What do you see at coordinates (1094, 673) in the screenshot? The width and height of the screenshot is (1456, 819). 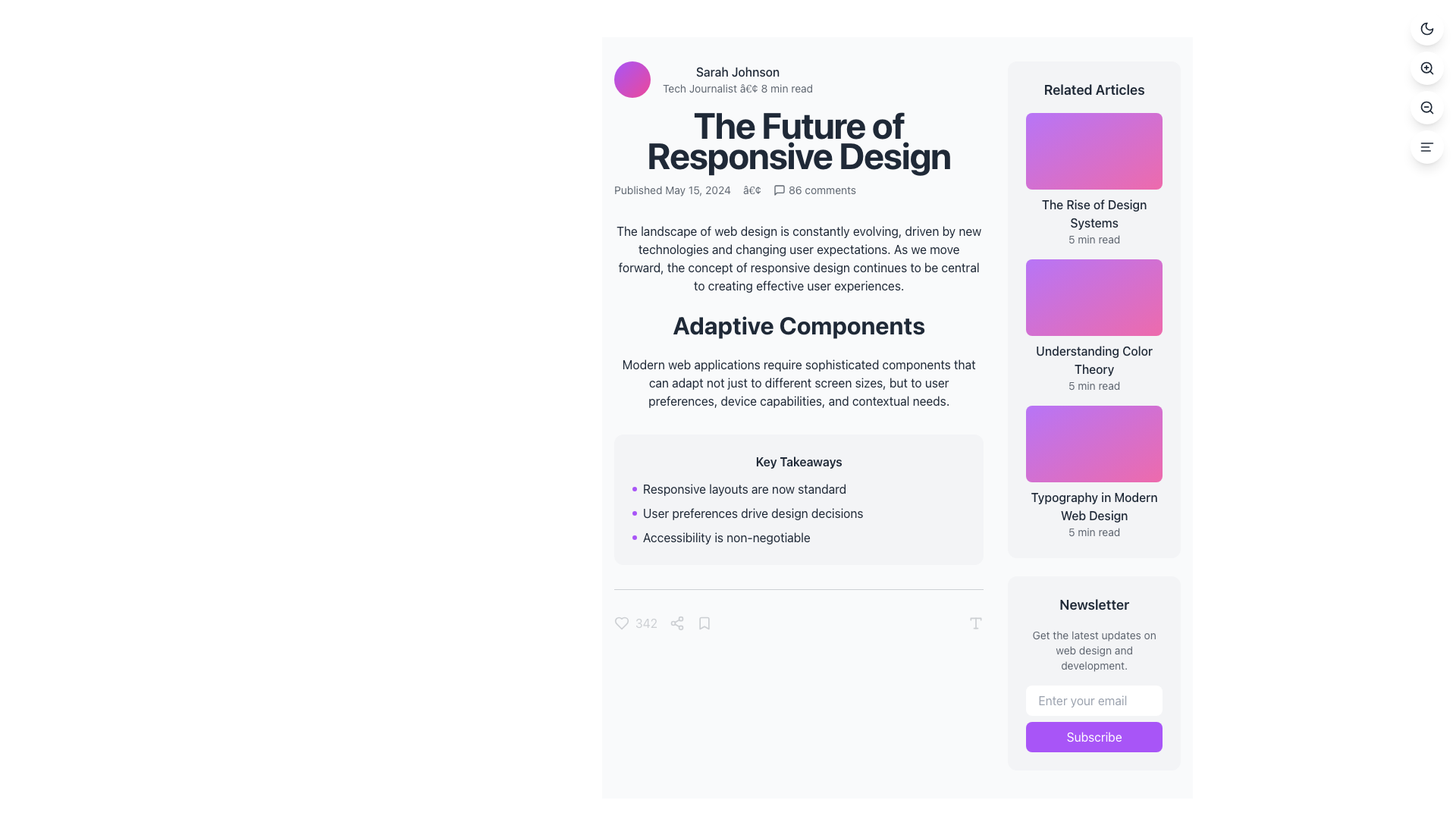 I see `the 'Subscribe' button located at the bottom-right section of the sidebar` at bounding box center [1094, 673].